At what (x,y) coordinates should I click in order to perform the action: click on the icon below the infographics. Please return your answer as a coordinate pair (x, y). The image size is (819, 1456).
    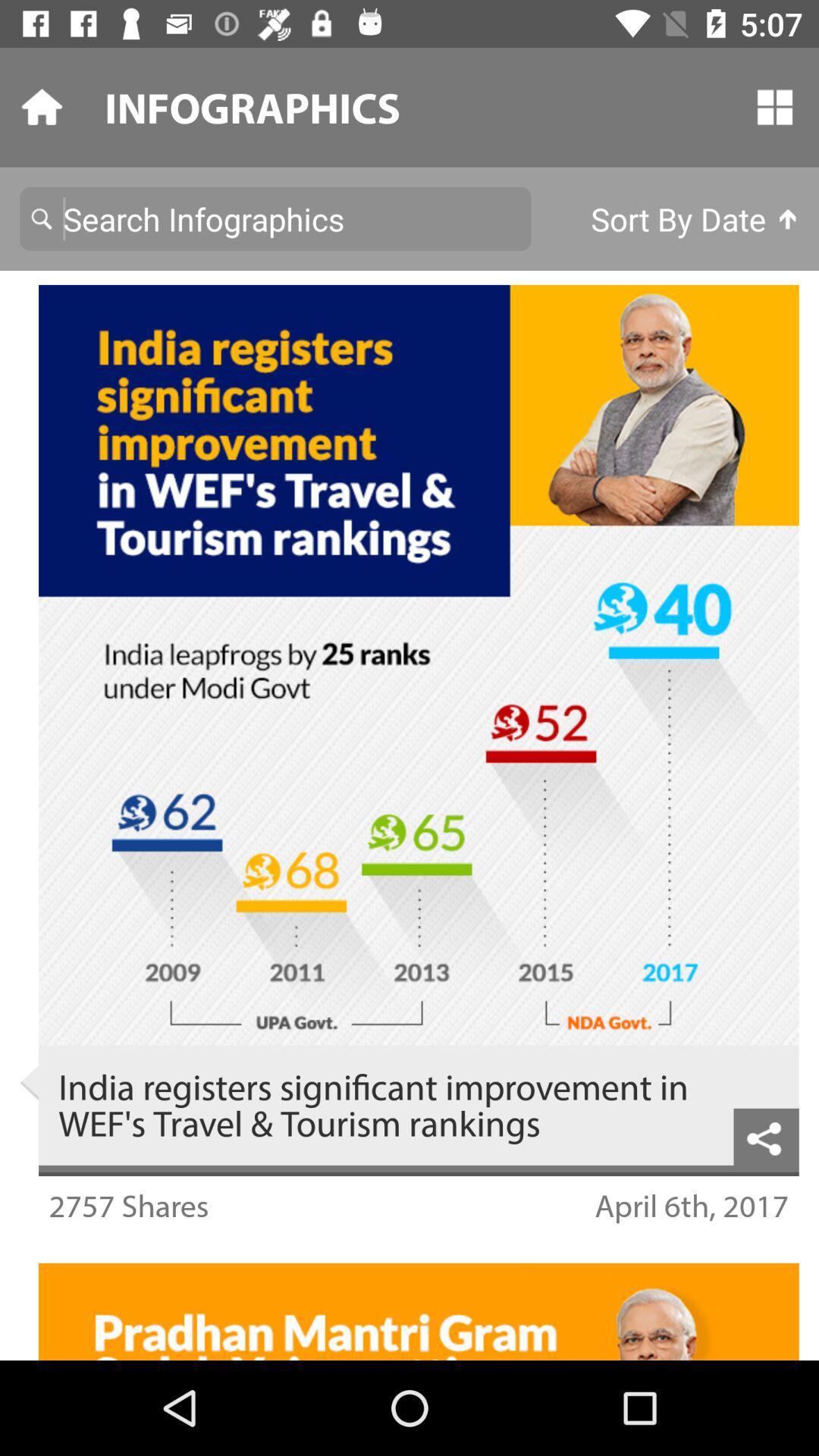
    Looking at the image, I should click on (695, 218).